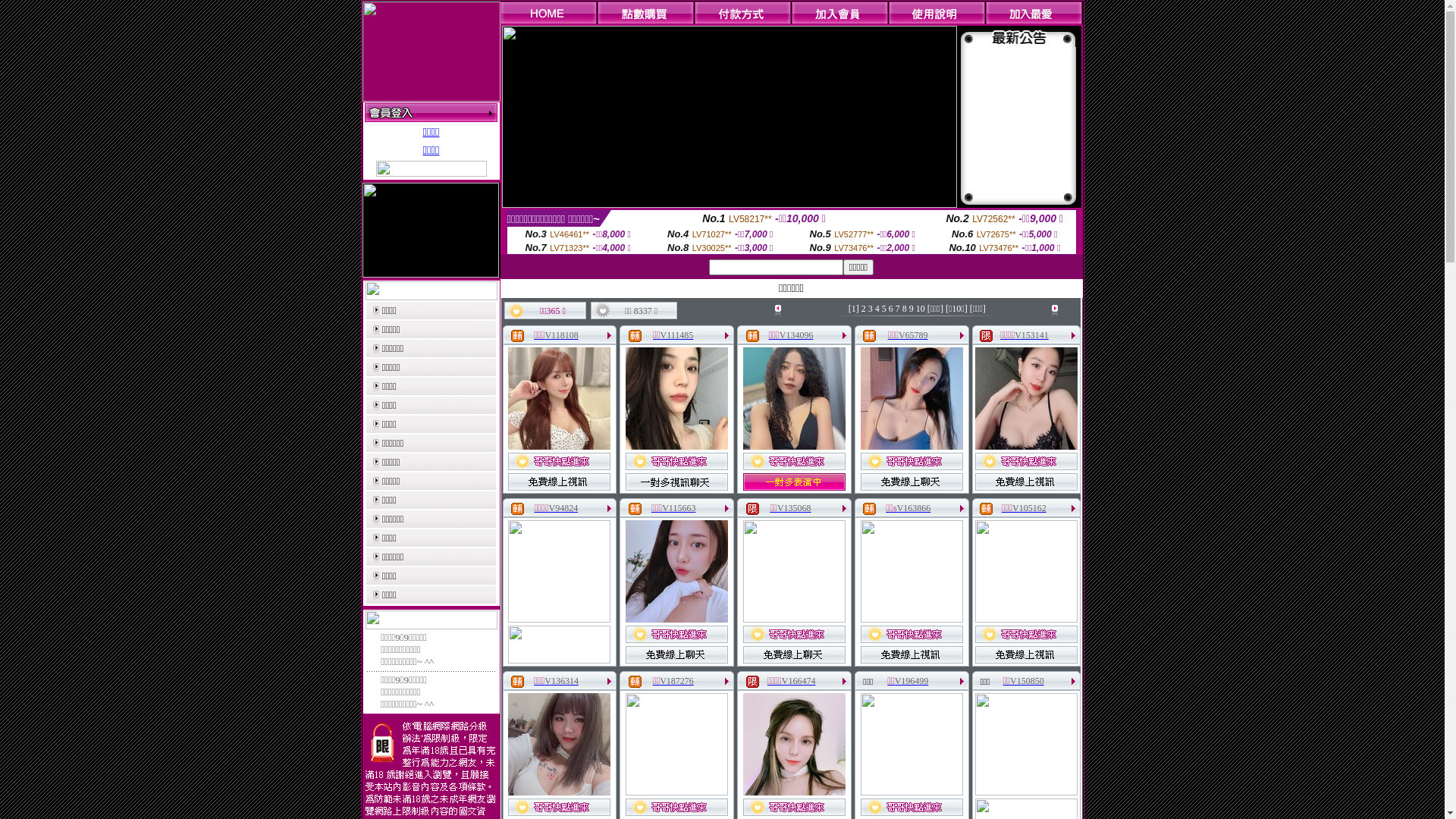 This screenshot has height=819, width=1456. What do you see at coordinates (884, 308) in the screenshot?
I see `'5'` at bounding box center [884, 308].